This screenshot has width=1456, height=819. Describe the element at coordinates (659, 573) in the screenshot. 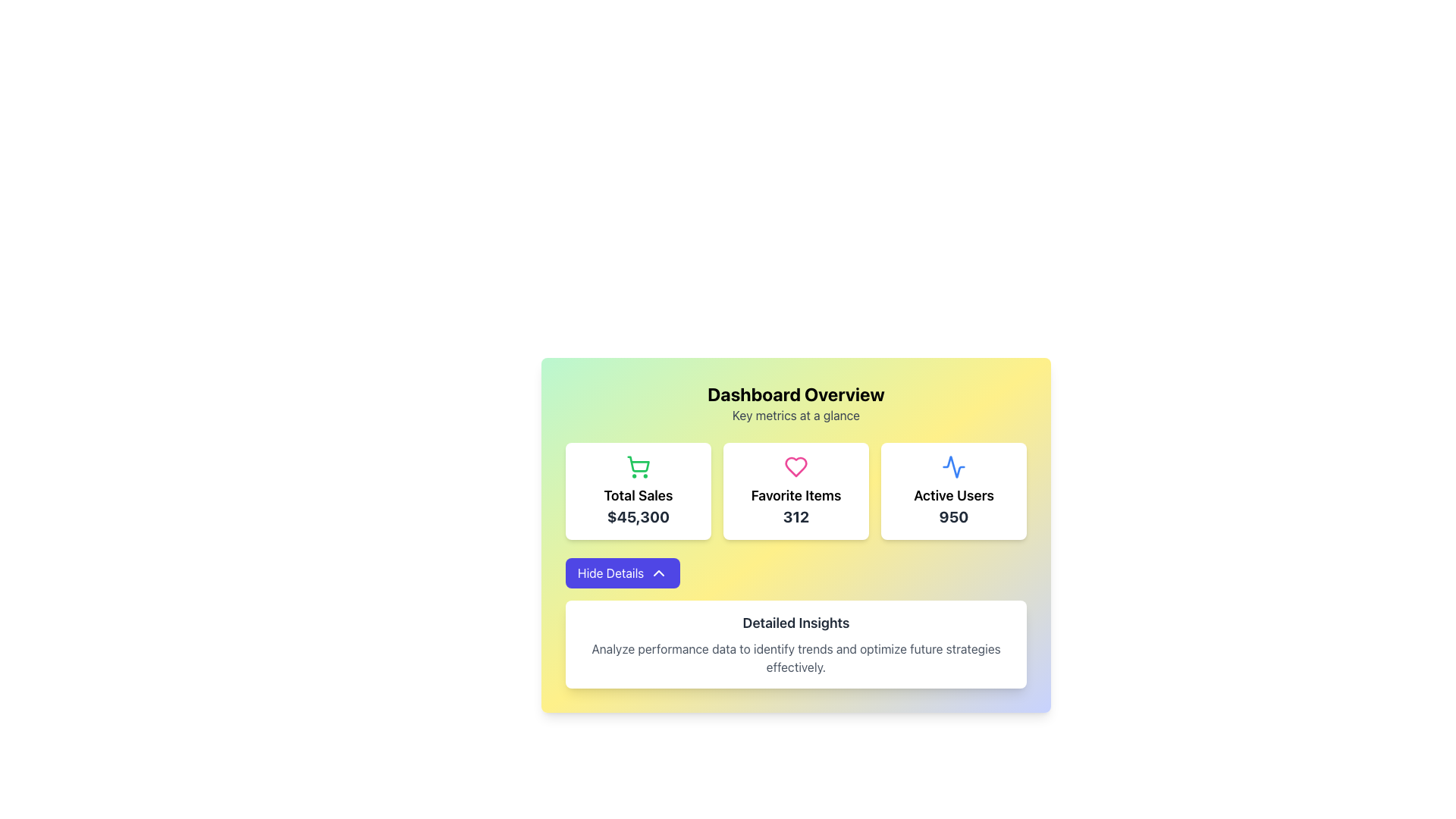

I see `the upwards-facing chevron icon embedded within the blue button labeled 'Hide Details' located at the bottom-left corner of the dashboard card` at that location.